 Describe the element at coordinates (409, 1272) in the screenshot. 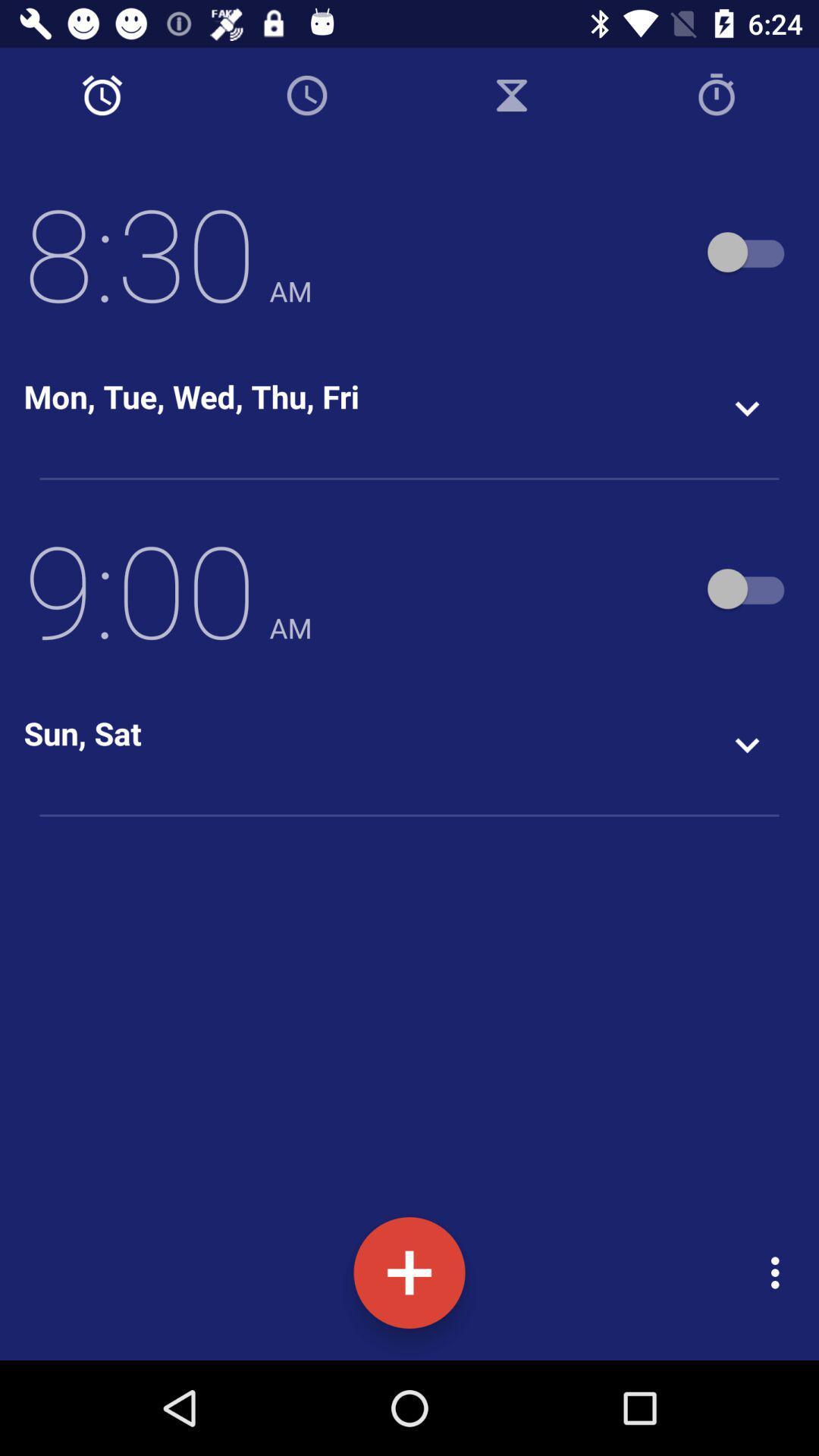

I see `the add icon` at that location.